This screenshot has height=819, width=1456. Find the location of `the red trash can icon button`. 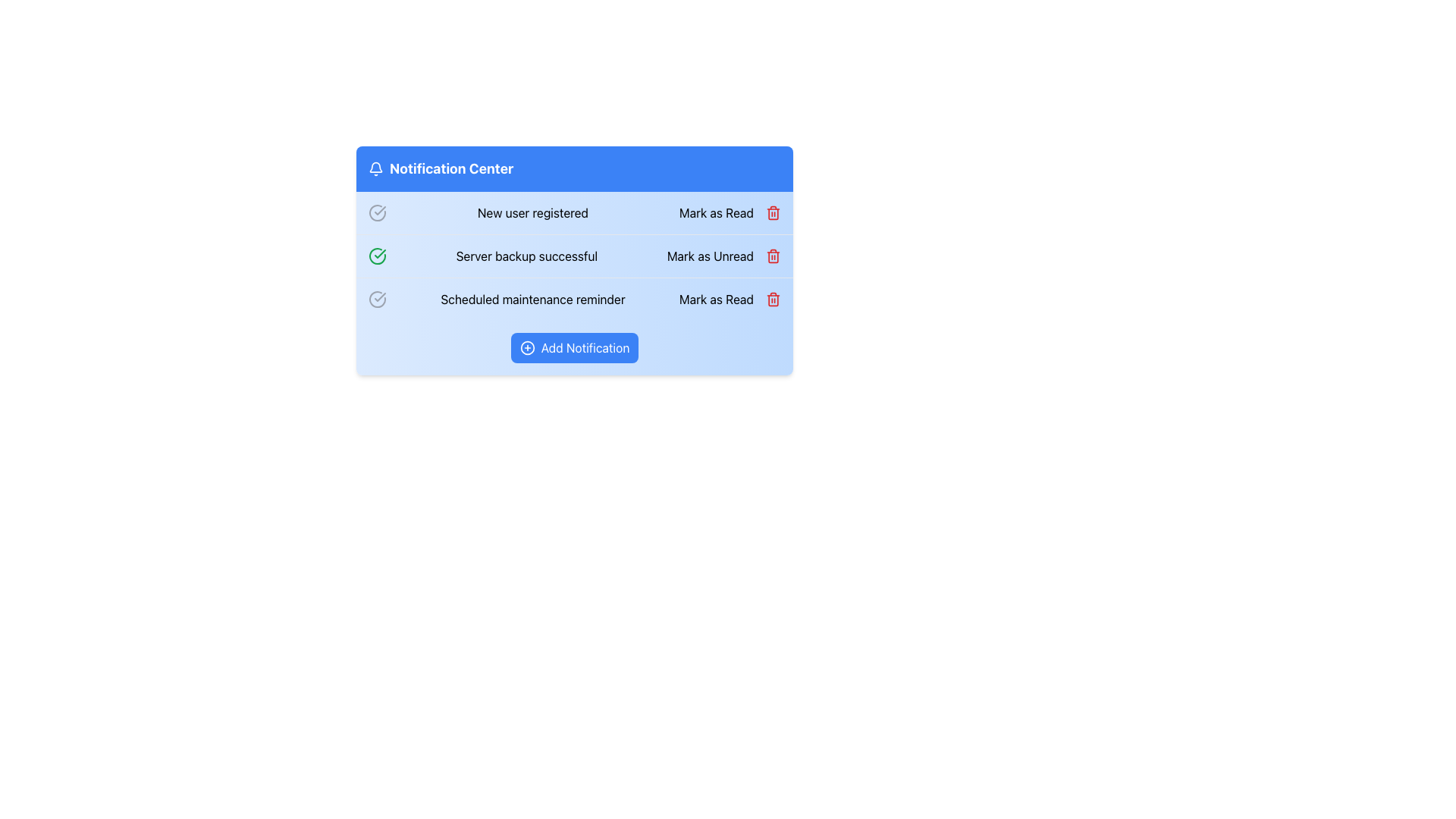

the red trash can icon button is located at coordinates (773, 213).